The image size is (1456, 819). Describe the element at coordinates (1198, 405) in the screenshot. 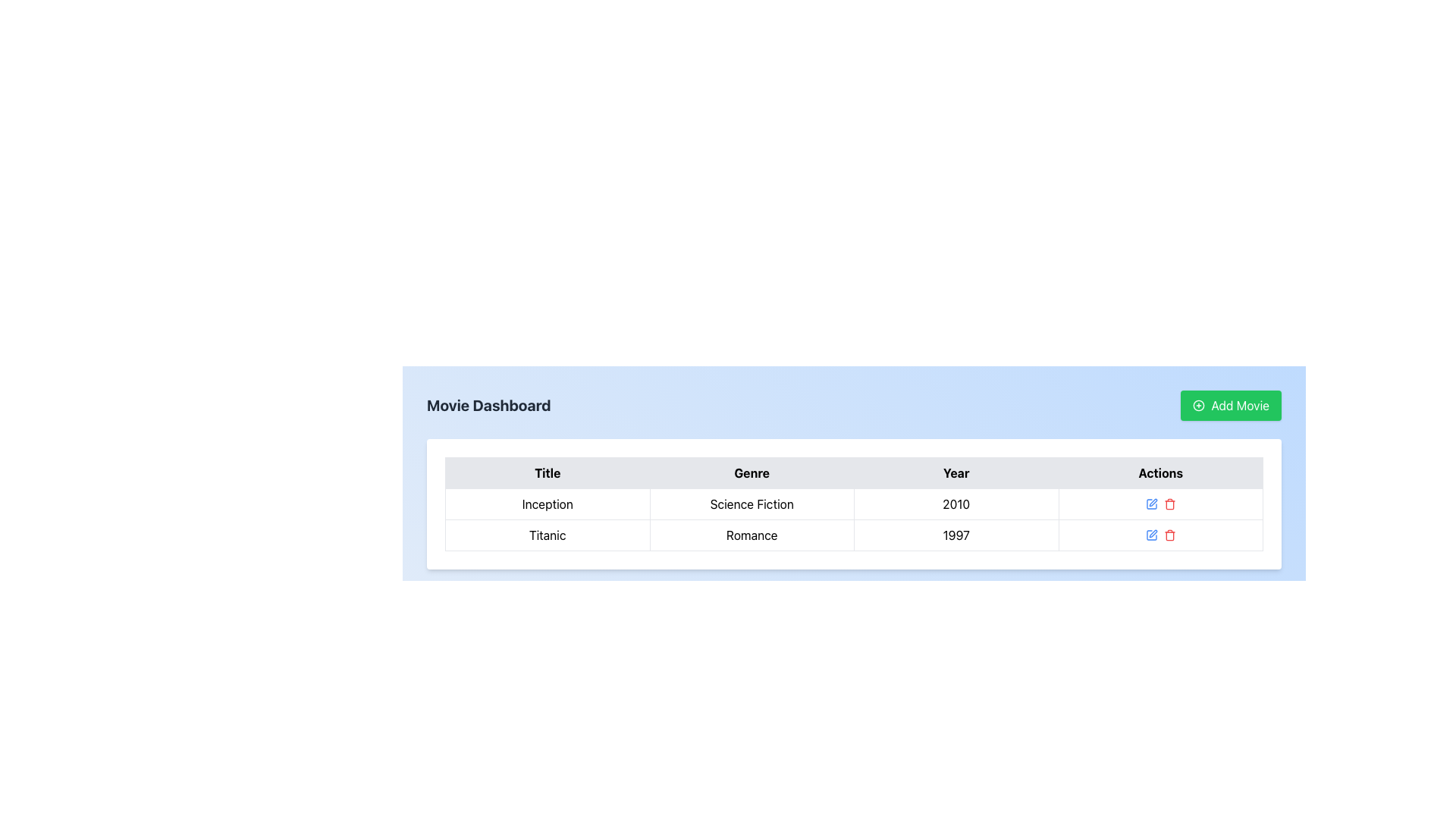

I see `the circular green icon with a plus symbol at the center, located to the left of the 'Add Movie' text on the upper right of the 'Movie Dashboard'` at that location.